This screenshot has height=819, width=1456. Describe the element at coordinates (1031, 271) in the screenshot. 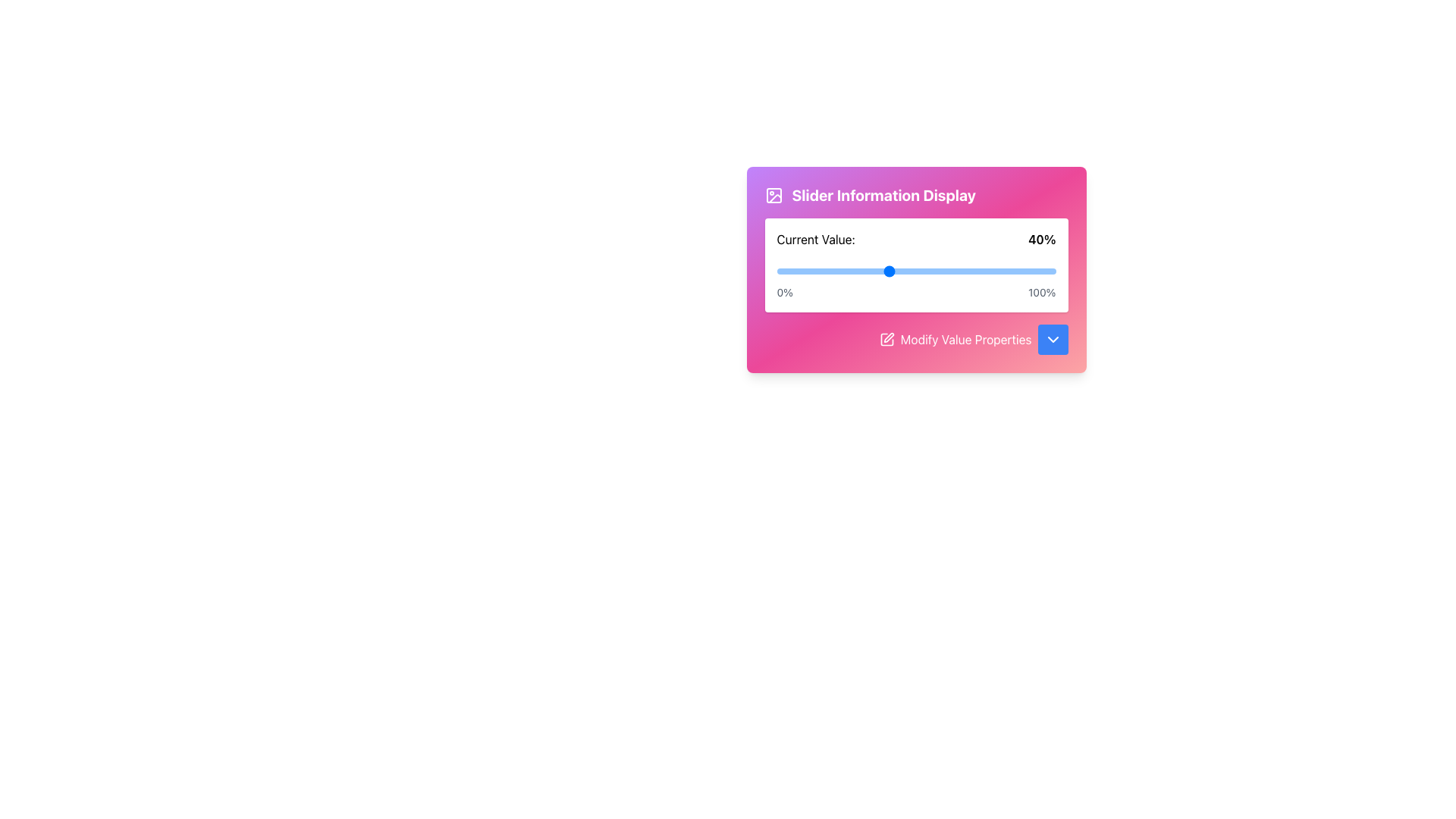

I see `the slider value` at that location.